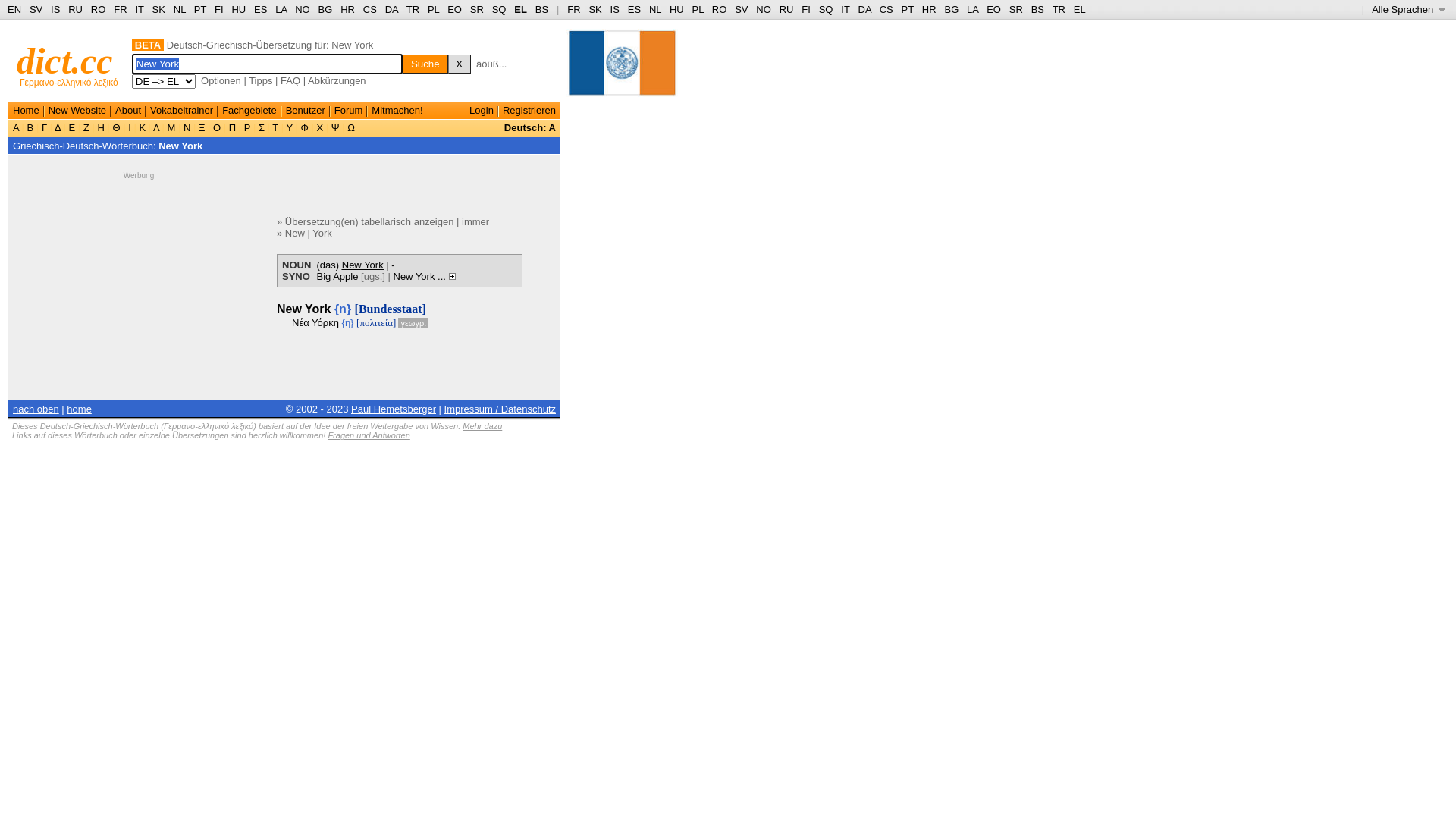 The height and width of the screenshot is (819, 1456). I want to click on 'Vokabeltrainer', so click(181, 109).